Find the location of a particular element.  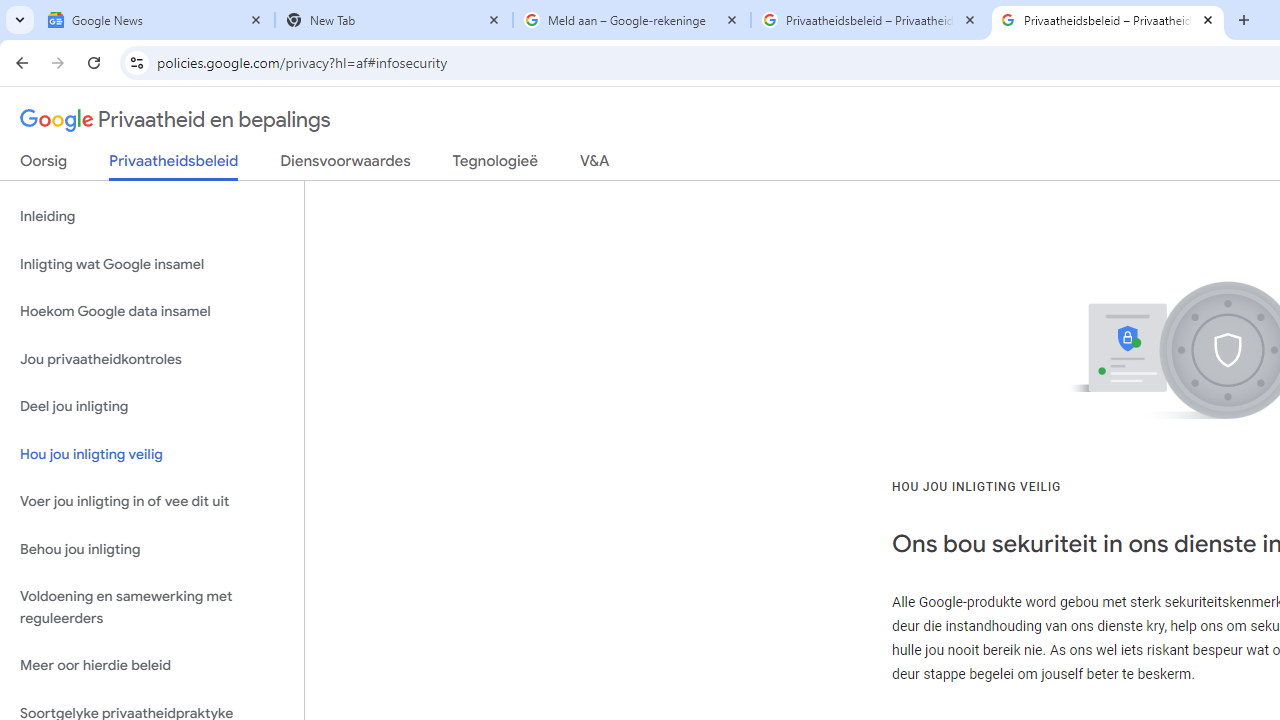

'Oorsig' is located at coordinates (44, 164).